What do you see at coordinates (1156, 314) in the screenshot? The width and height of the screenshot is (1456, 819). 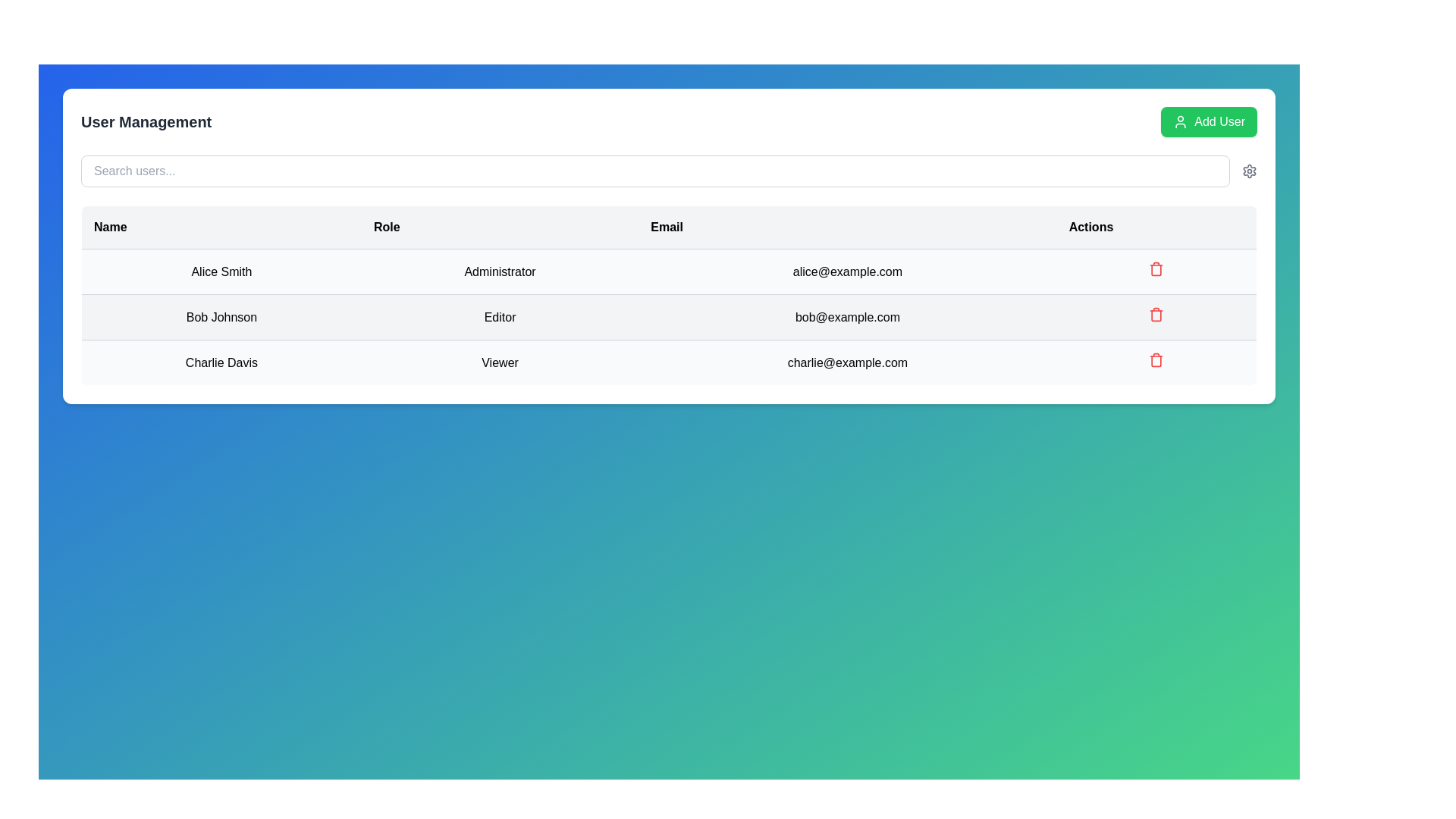 I see `the trash bin icon button in the 'Actions' column of the second row for user 'Bob Johnson' to enable accessibility interactions` at bounding box center [1156, 314].